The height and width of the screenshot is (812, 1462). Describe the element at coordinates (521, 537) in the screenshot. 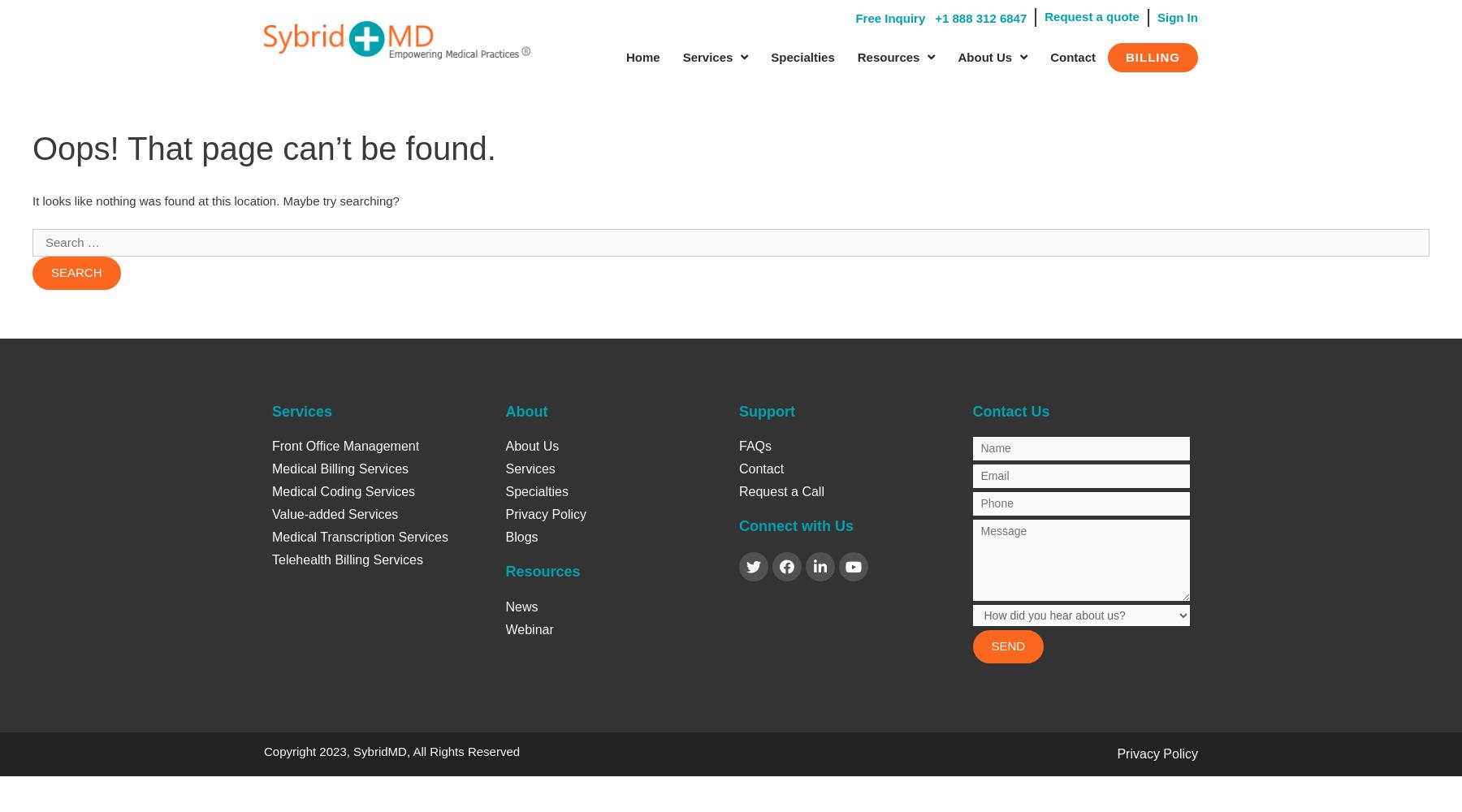

I see `'Blogs'` at that location.